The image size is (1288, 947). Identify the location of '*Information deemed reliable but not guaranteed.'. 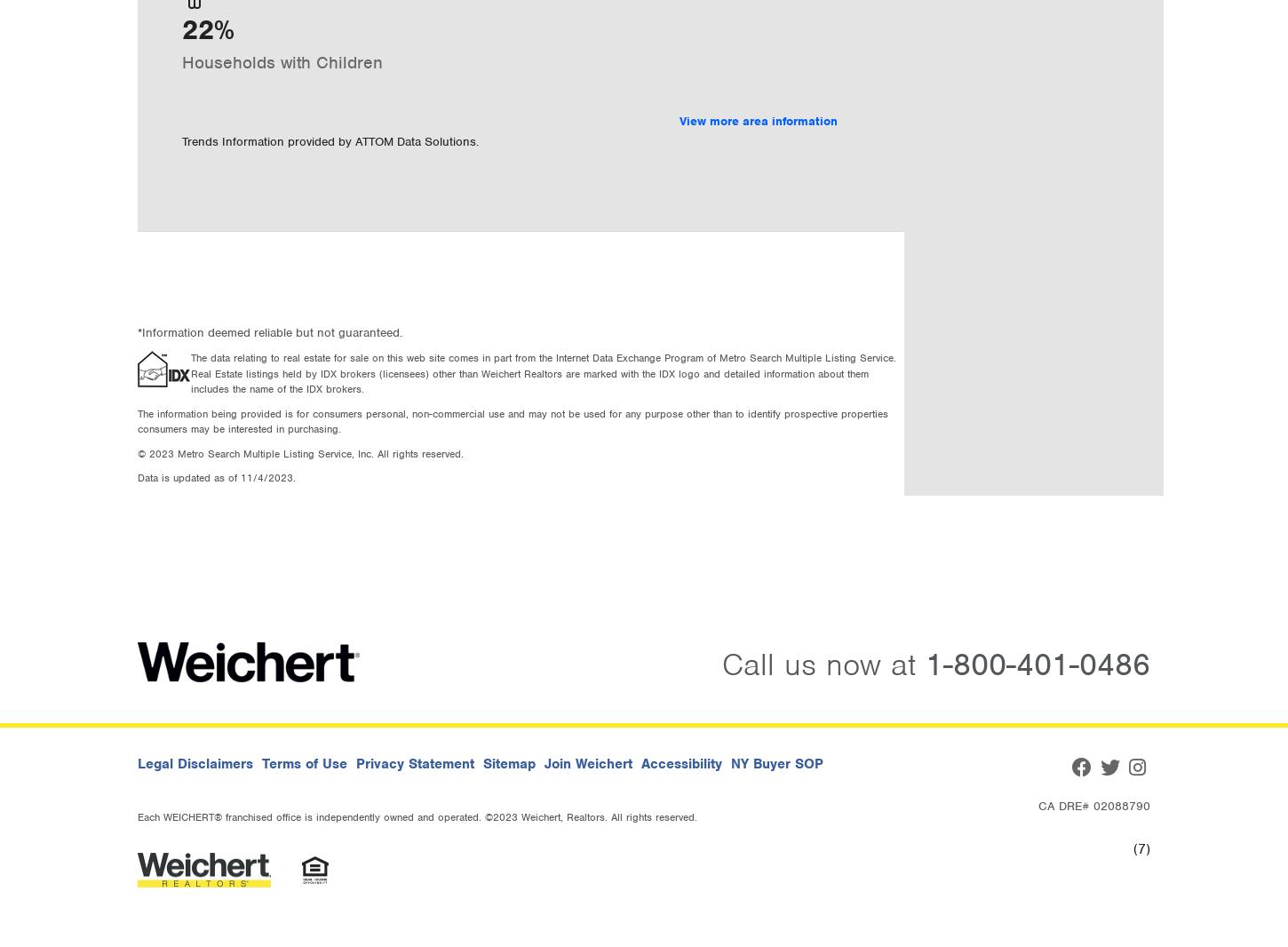
(270, 332).